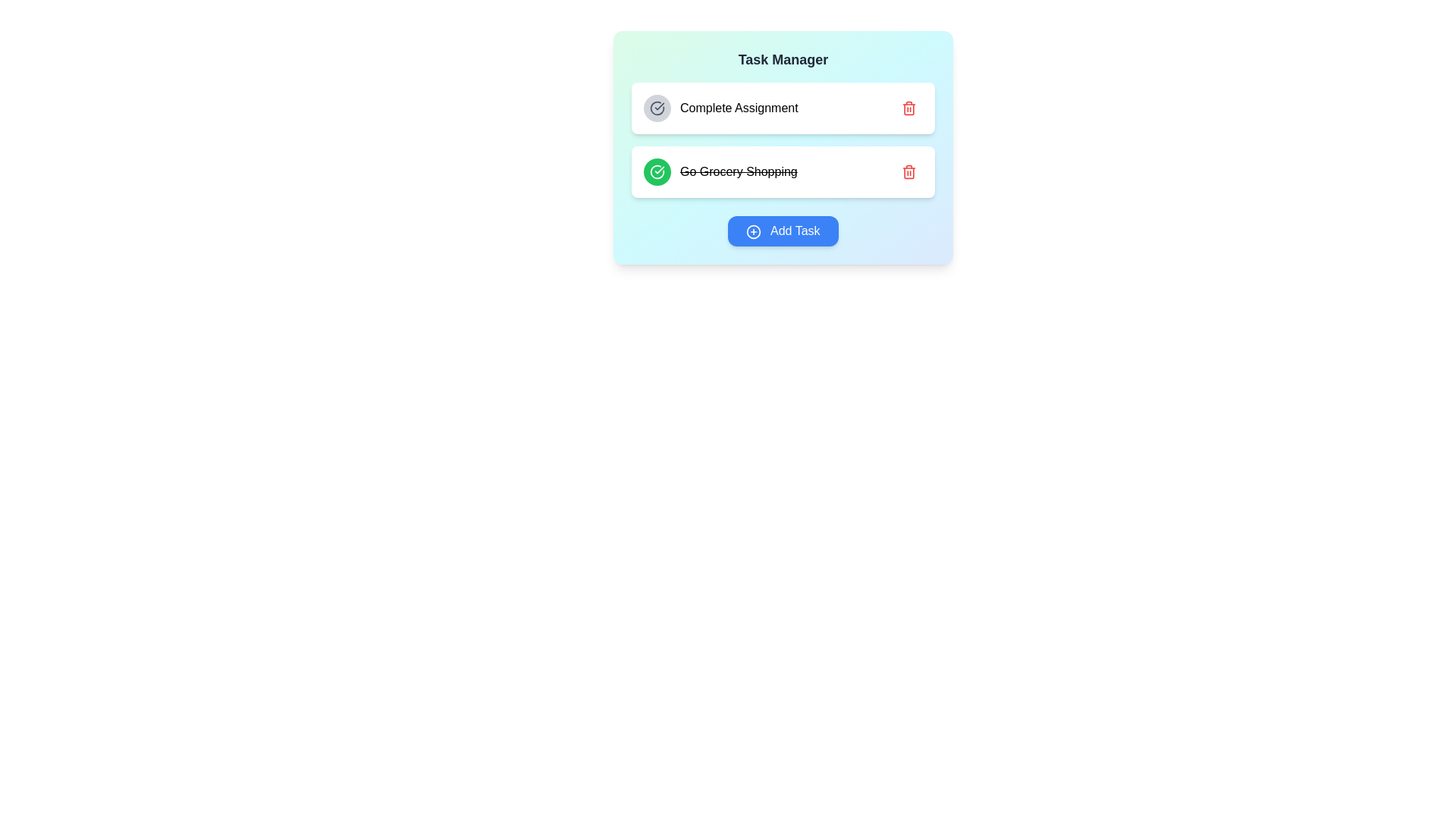  What do you see at coordinates (720, 107) in the screenshot?
I see `the first task item labeled 'Complete Assignment'` at bounding box center [720, 107].